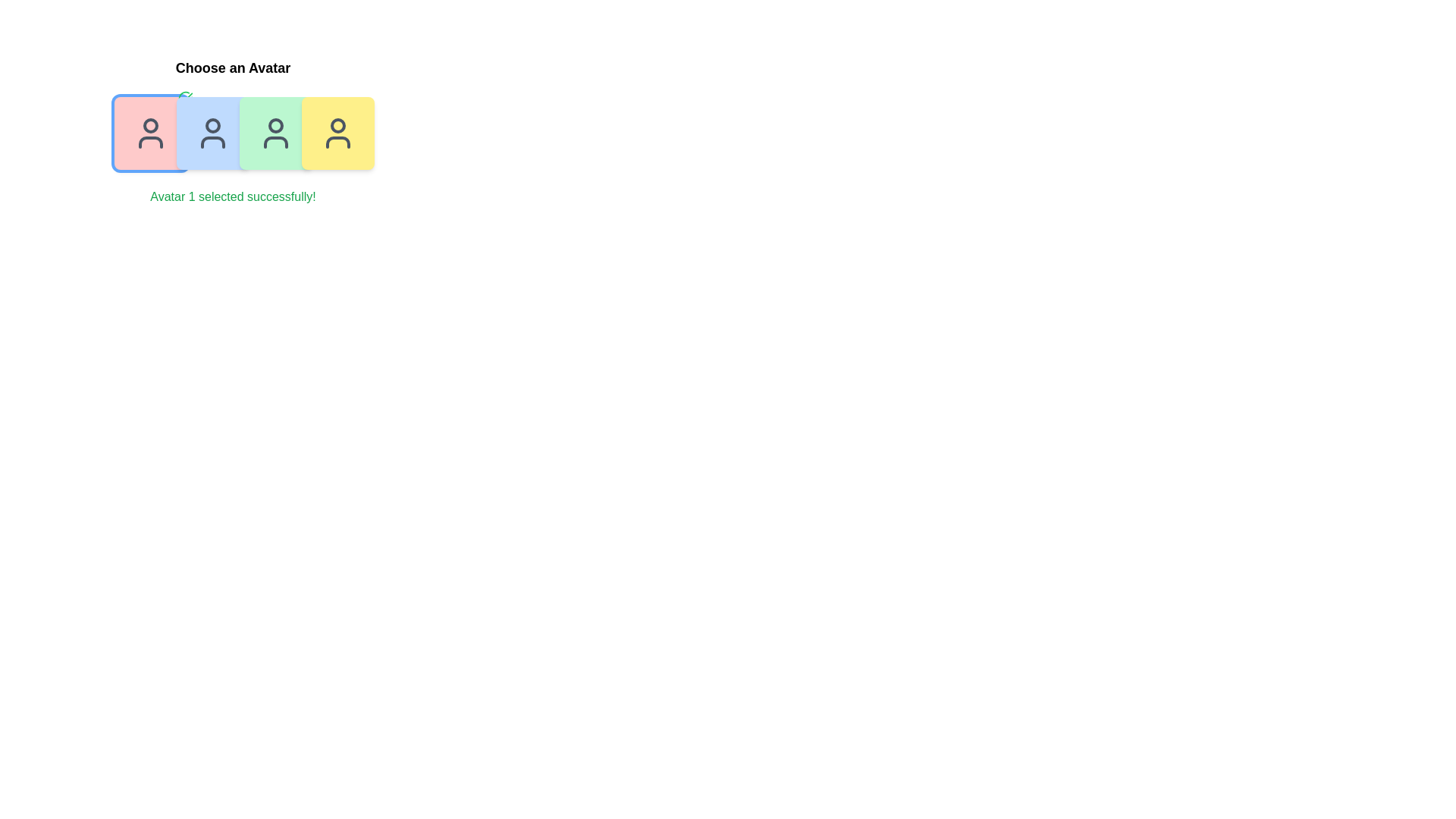 This screenshot has height=819, width=1456. Describe the element at coordinates (150, 133) in the screenshot. I see `the avatar selection icon located at the leftmost button of the horizontal group of four buttons, below the 'Choose an Avatar' text` at that location.